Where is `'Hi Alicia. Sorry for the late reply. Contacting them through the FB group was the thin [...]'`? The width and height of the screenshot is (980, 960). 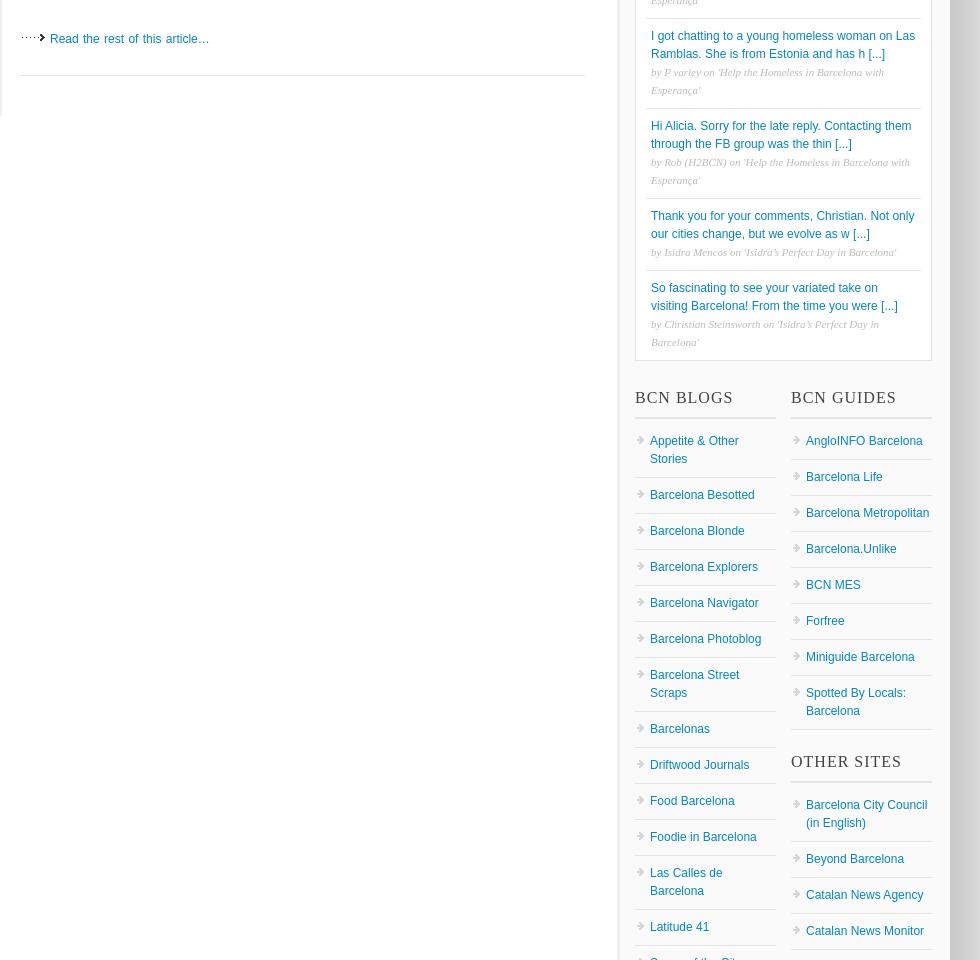
'Hi Alicia. Sorry for the late reply. Contacting them through the FB group was the thin [...]' is located at coordinates (780, 133).